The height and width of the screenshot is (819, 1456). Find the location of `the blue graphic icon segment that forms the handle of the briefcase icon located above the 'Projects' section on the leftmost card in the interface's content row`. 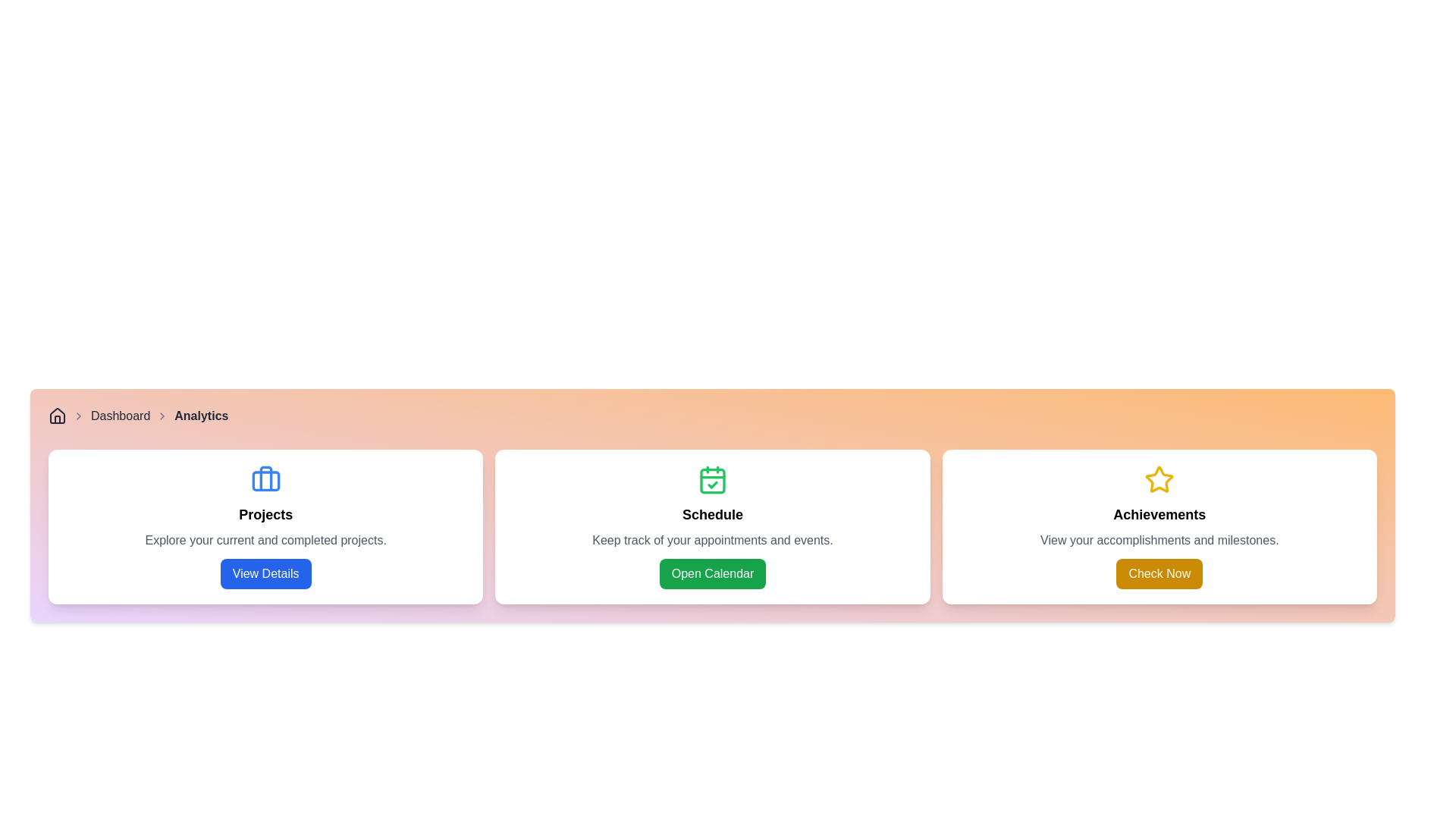

the blue graphic icon segment that forms the handle of the briefcase icon located above the 'Projects' section on the leftmost card in the interface's content row is located at coordinates (265, 479).